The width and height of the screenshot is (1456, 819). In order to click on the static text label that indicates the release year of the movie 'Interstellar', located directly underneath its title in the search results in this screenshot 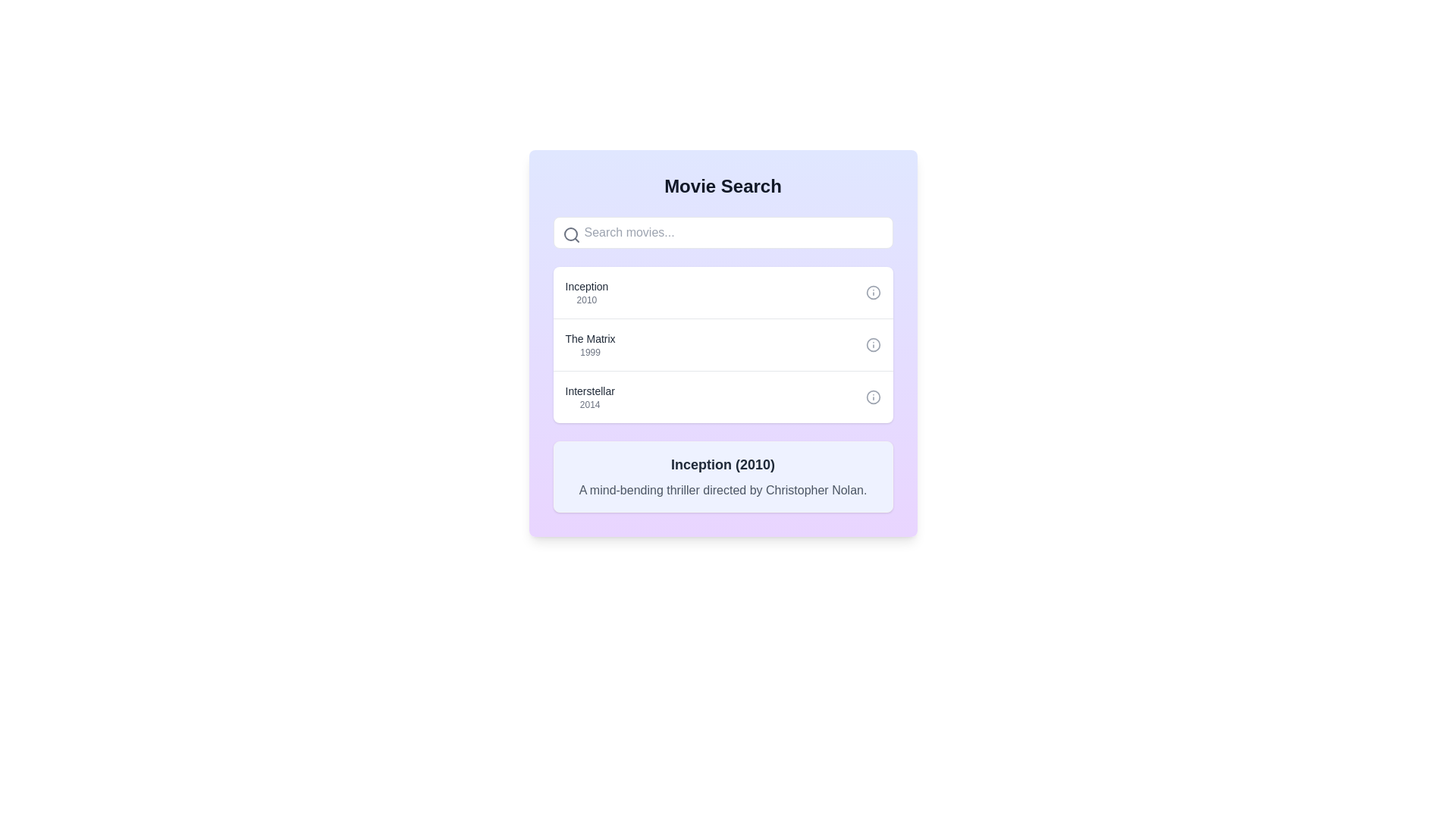, I will do `click(589, 403)`.